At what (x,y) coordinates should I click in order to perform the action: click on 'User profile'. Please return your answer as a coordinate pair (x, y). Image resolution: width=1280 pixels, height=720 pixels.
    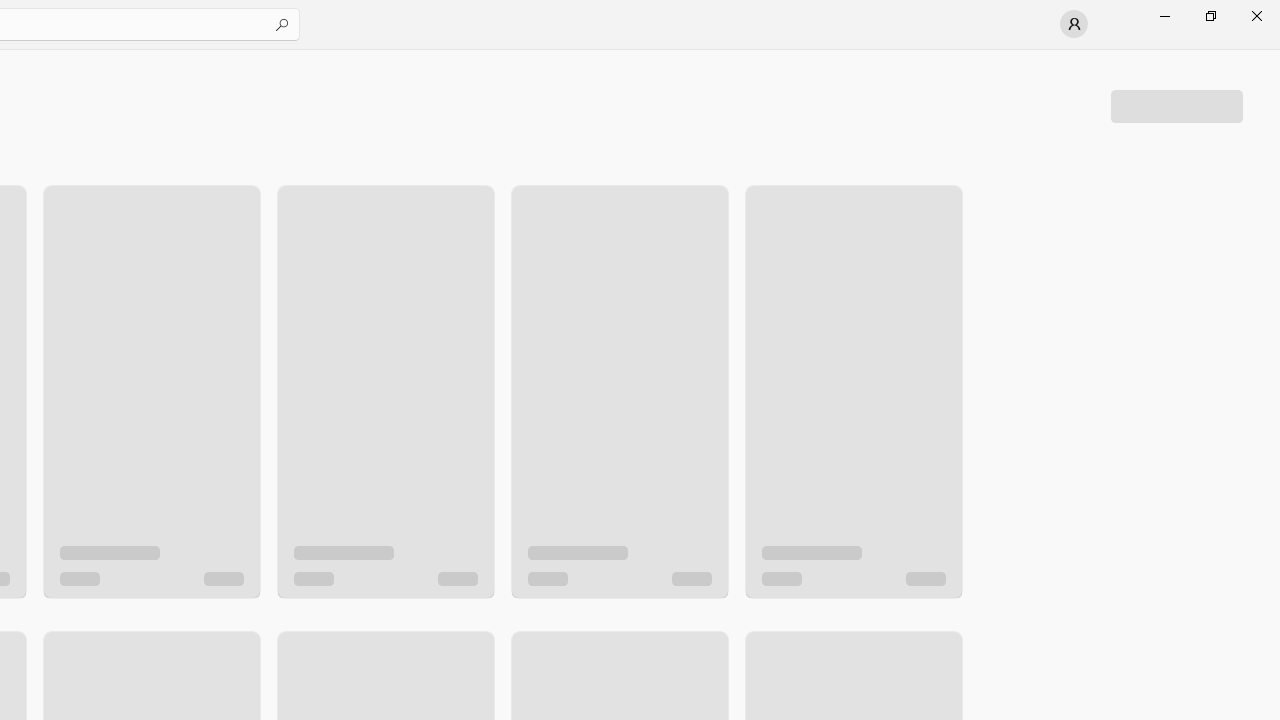
    Looking at the image, I should click on (1072, 24).